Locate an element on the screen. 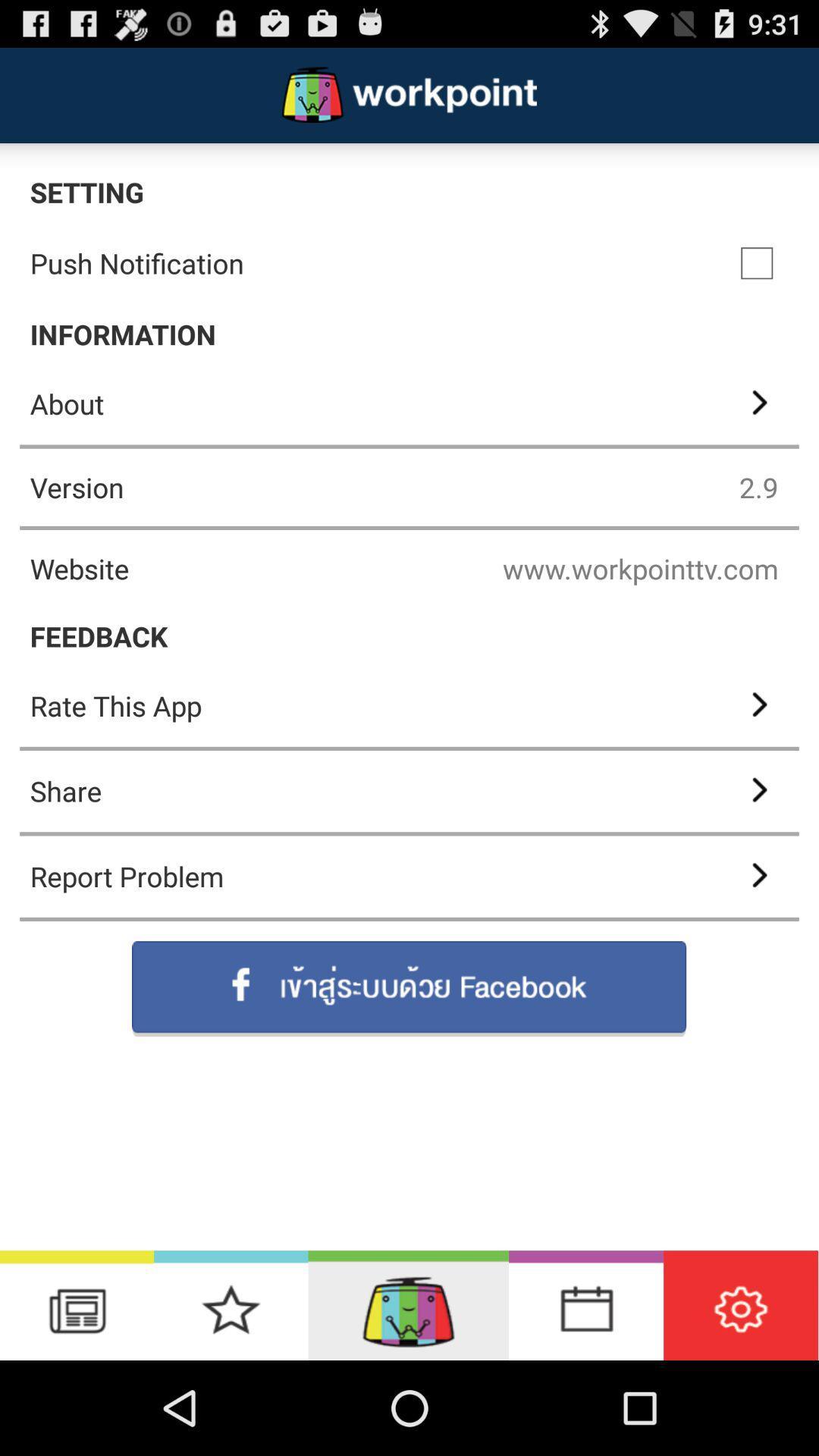 This screenshot has width=819, height=1456. open secound tab in the bottom is located at coordinates (231, 1304).